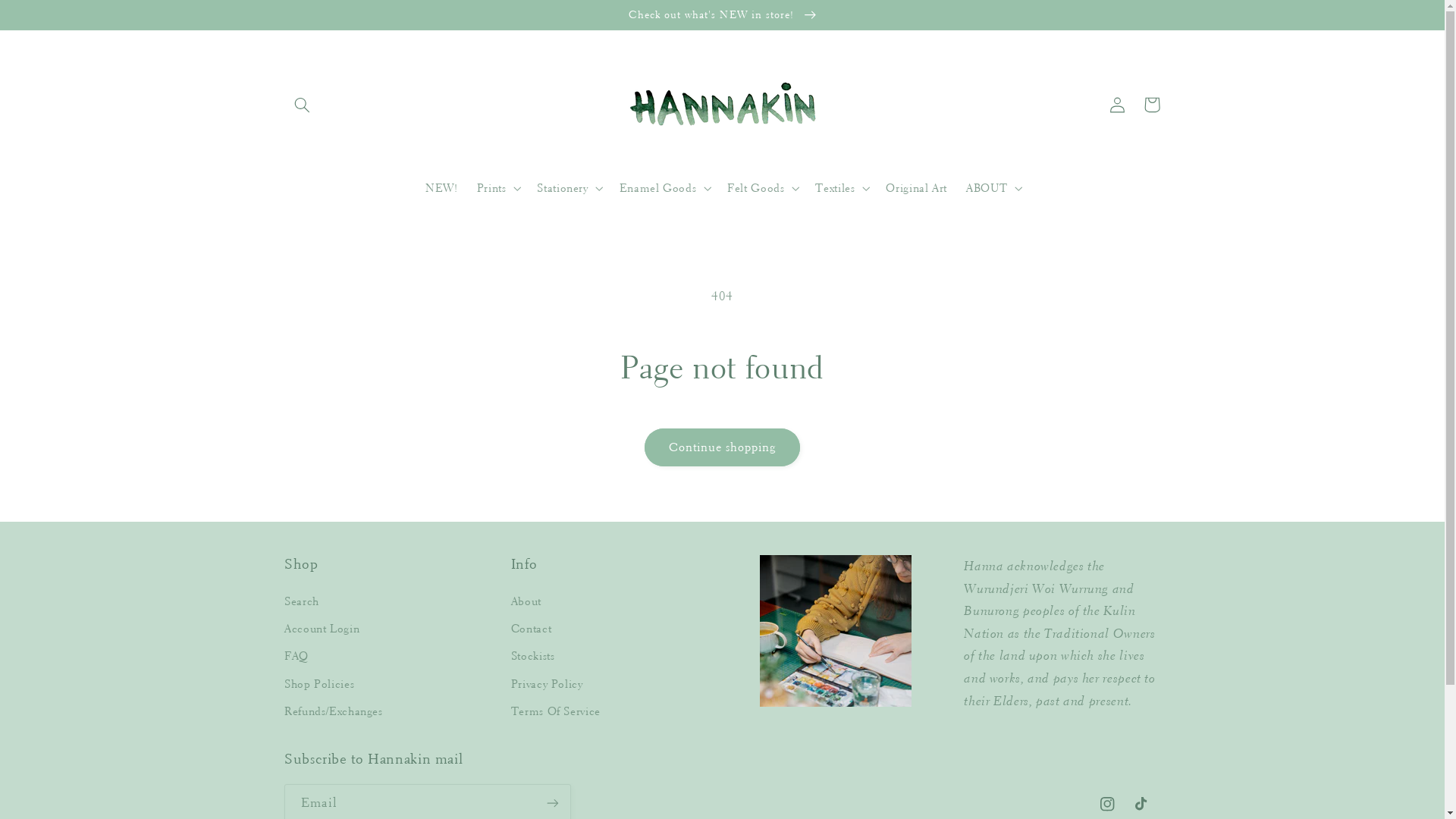  Describe the element at coordinates (916, 188) in the screenshot. I see `'Original Art'` at that location.